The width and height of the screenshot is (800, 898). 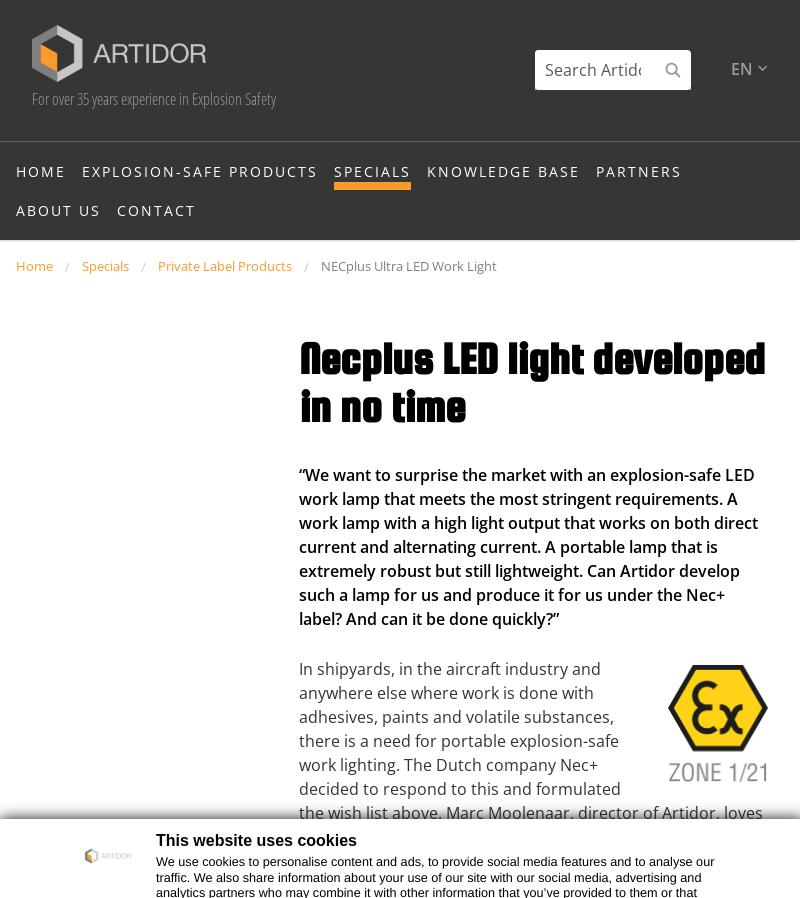 What do you see at coordinates (32, 128) in the screenshot?
I see `'For over 35 years experience in Explosion Safety'` at bounding box center [32, 128].